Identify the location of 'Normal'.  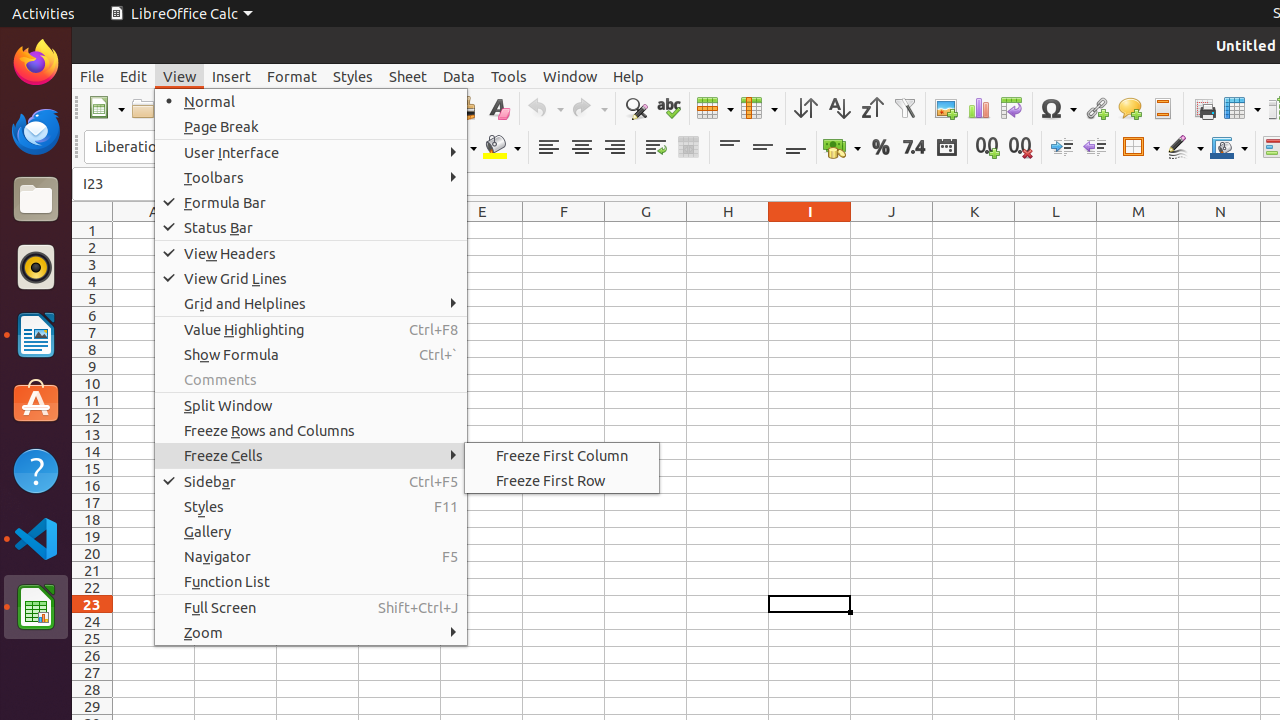
(310, 101).